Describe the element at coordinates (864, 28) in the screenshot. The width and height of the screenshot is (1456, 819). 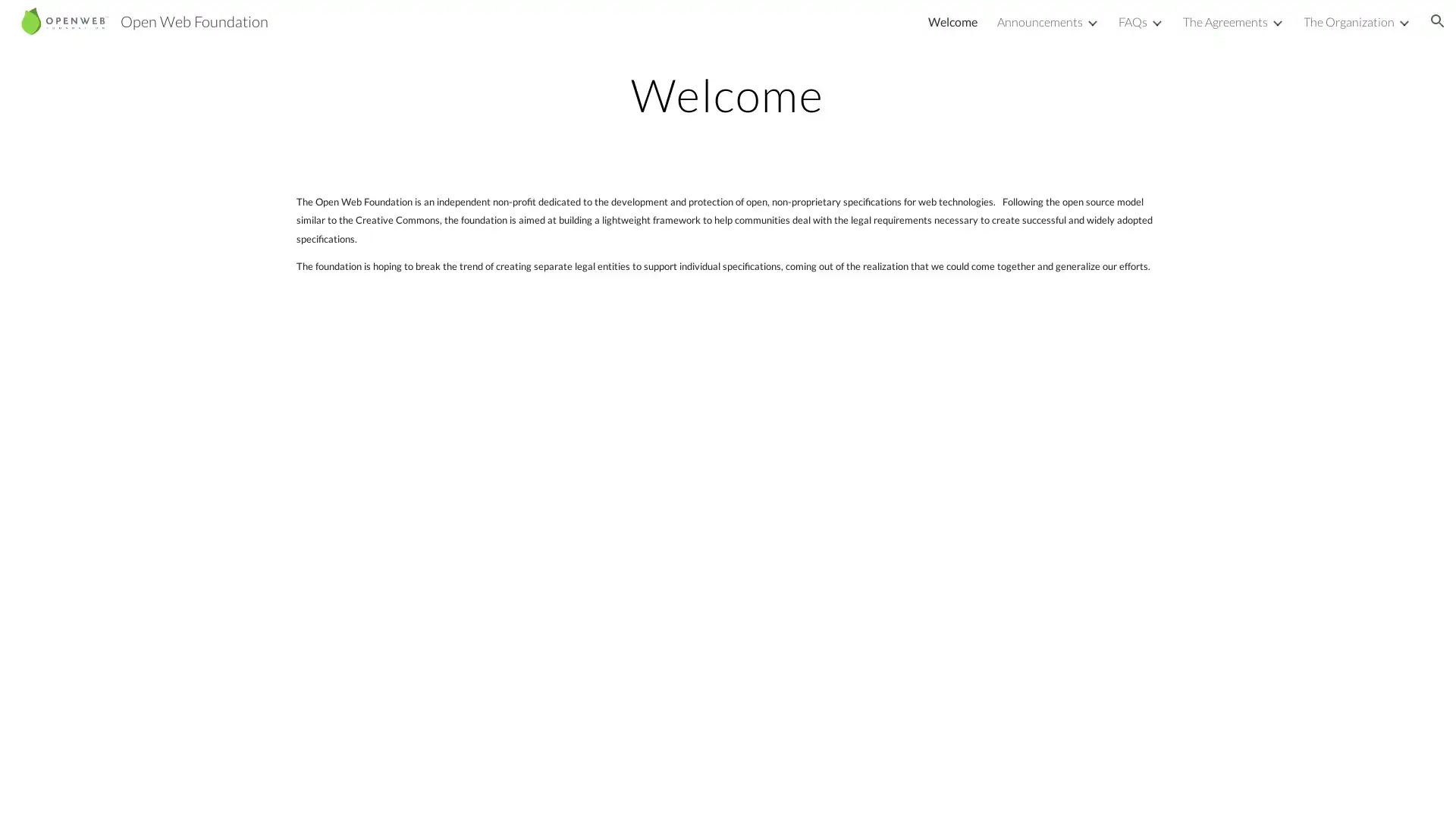
I see `Skip to navigation` at that location.